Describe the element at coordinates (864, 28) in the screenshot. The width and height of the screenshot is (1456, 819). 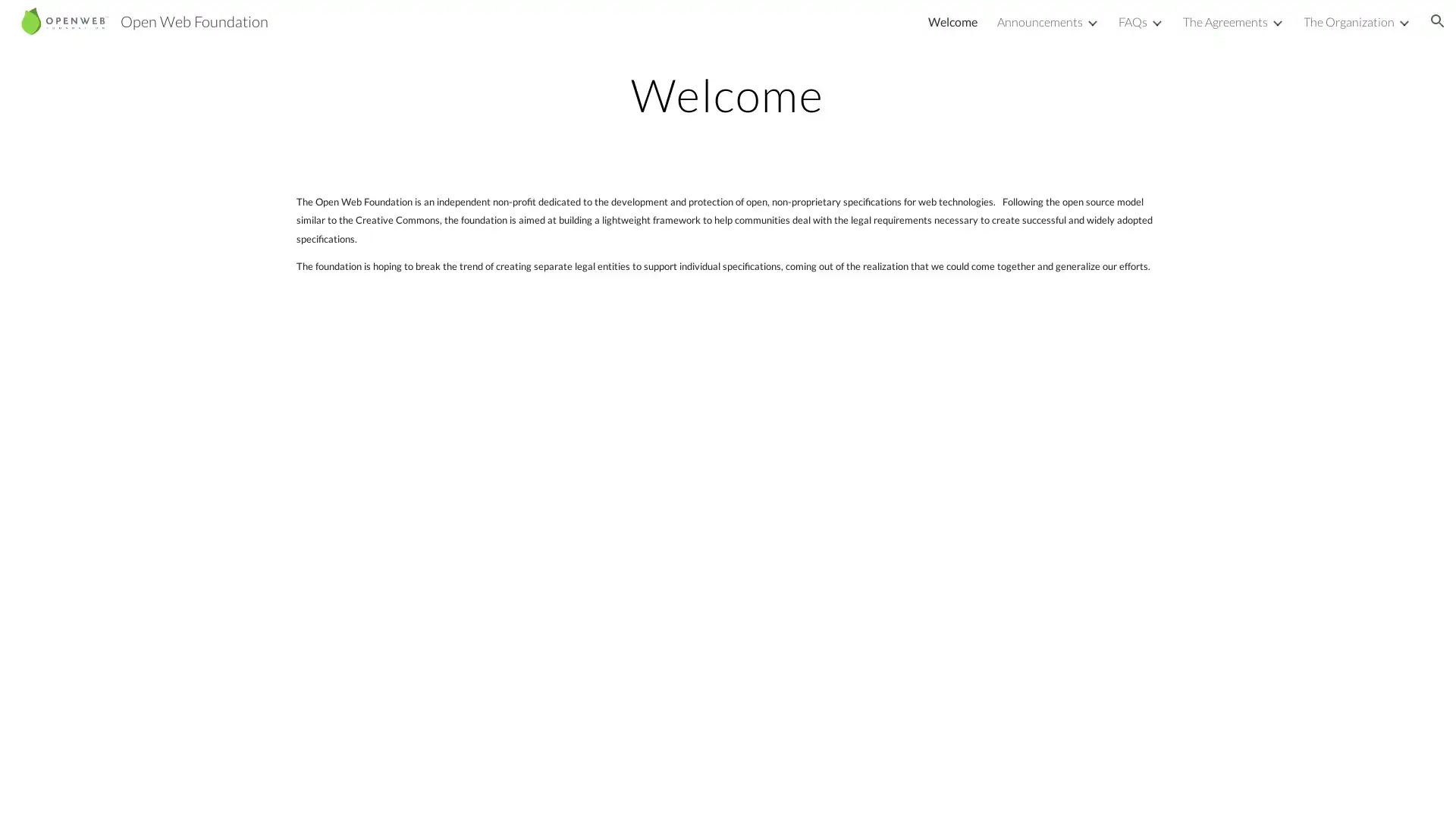
I see `Skip to navigation` at that location.